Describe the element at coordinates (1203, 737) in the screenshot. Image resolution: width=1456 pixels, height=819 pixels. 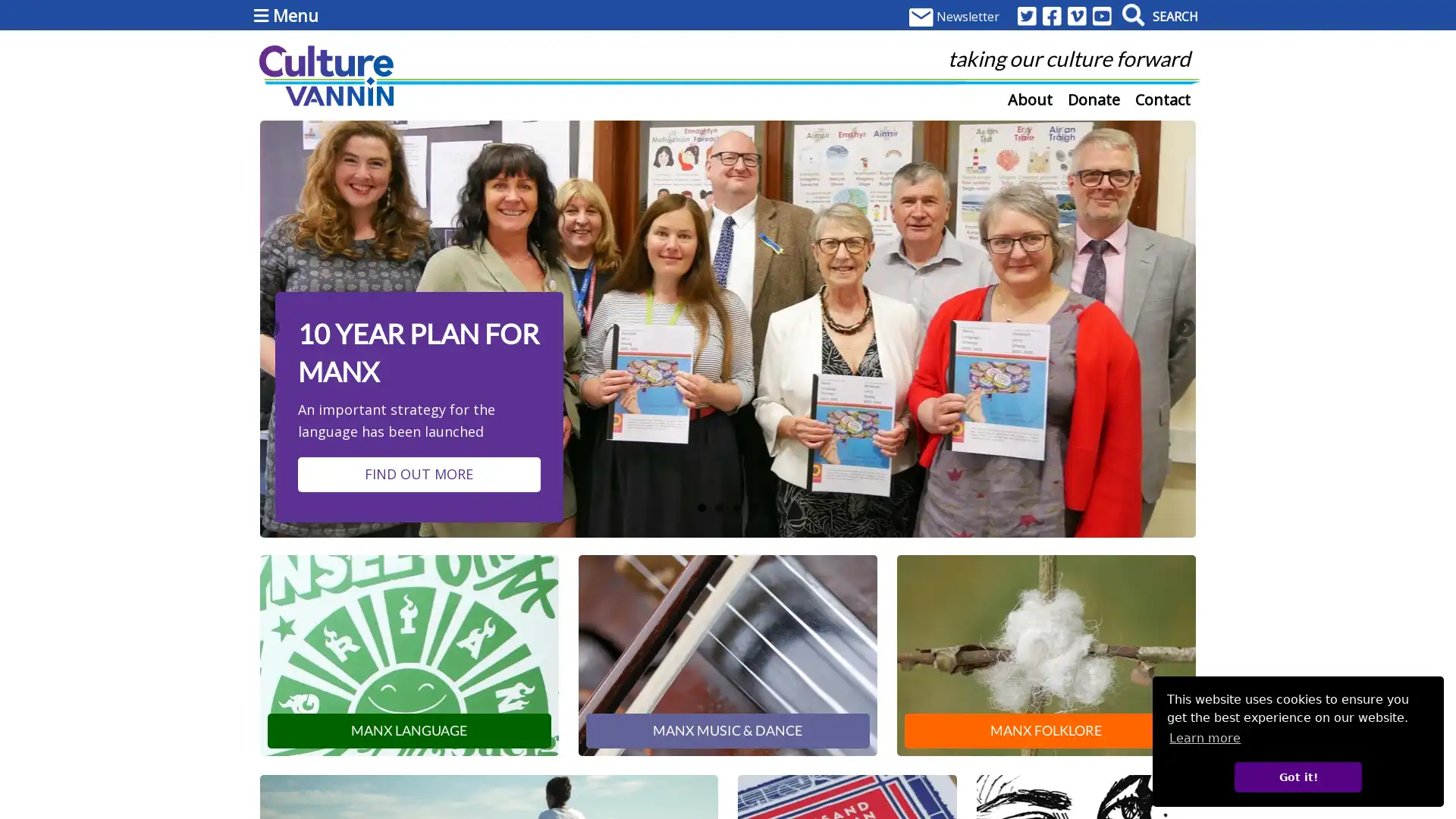
I see `learn more about cookies` at that location.